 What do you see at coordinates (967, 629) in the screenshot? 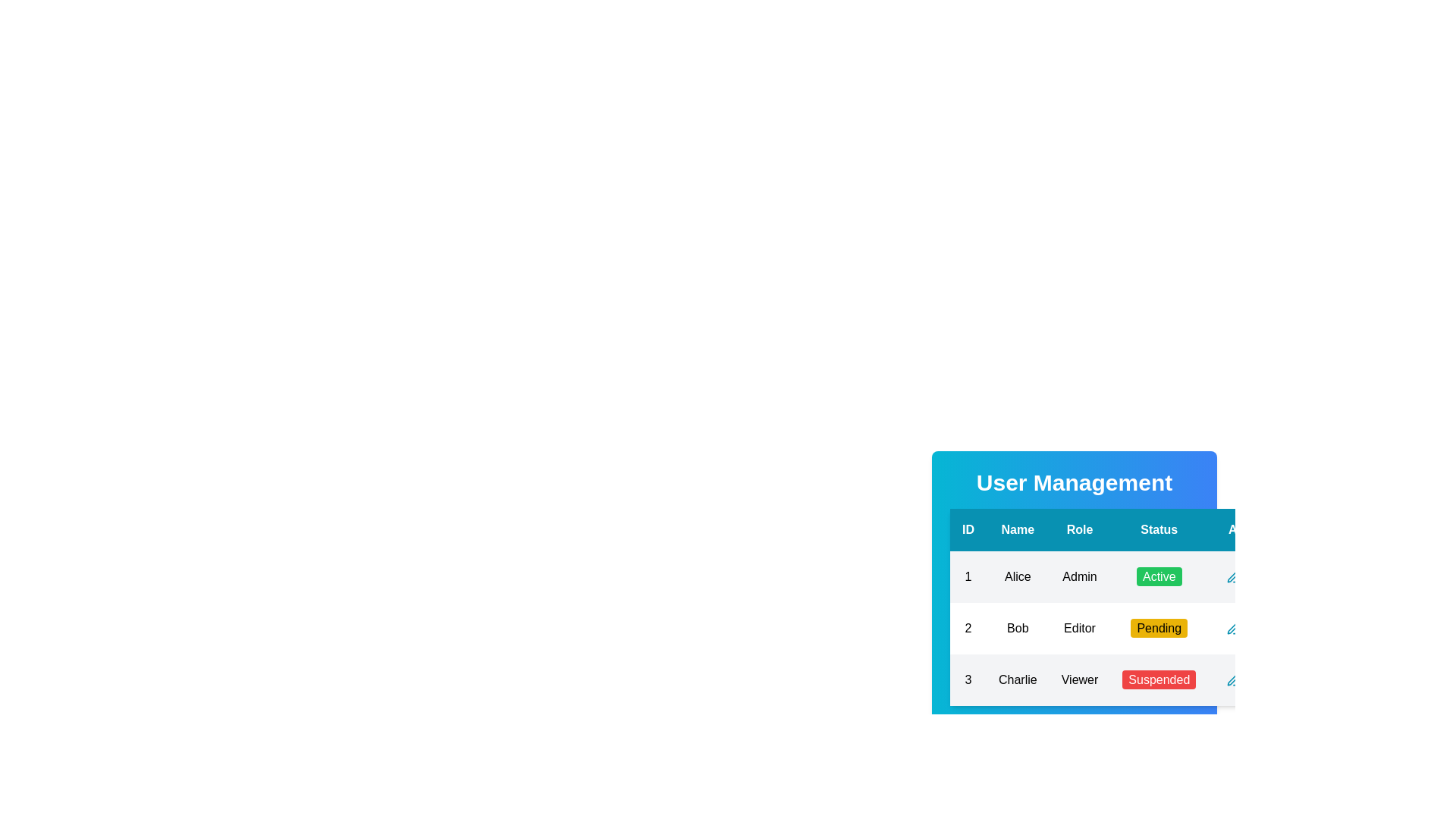
I see `the Text or label element representing the identifier for the second row in the table under the 'ID' column, which is the first column entry before 'Bob' in the 'Name' column` at bounding box center [967, 629].